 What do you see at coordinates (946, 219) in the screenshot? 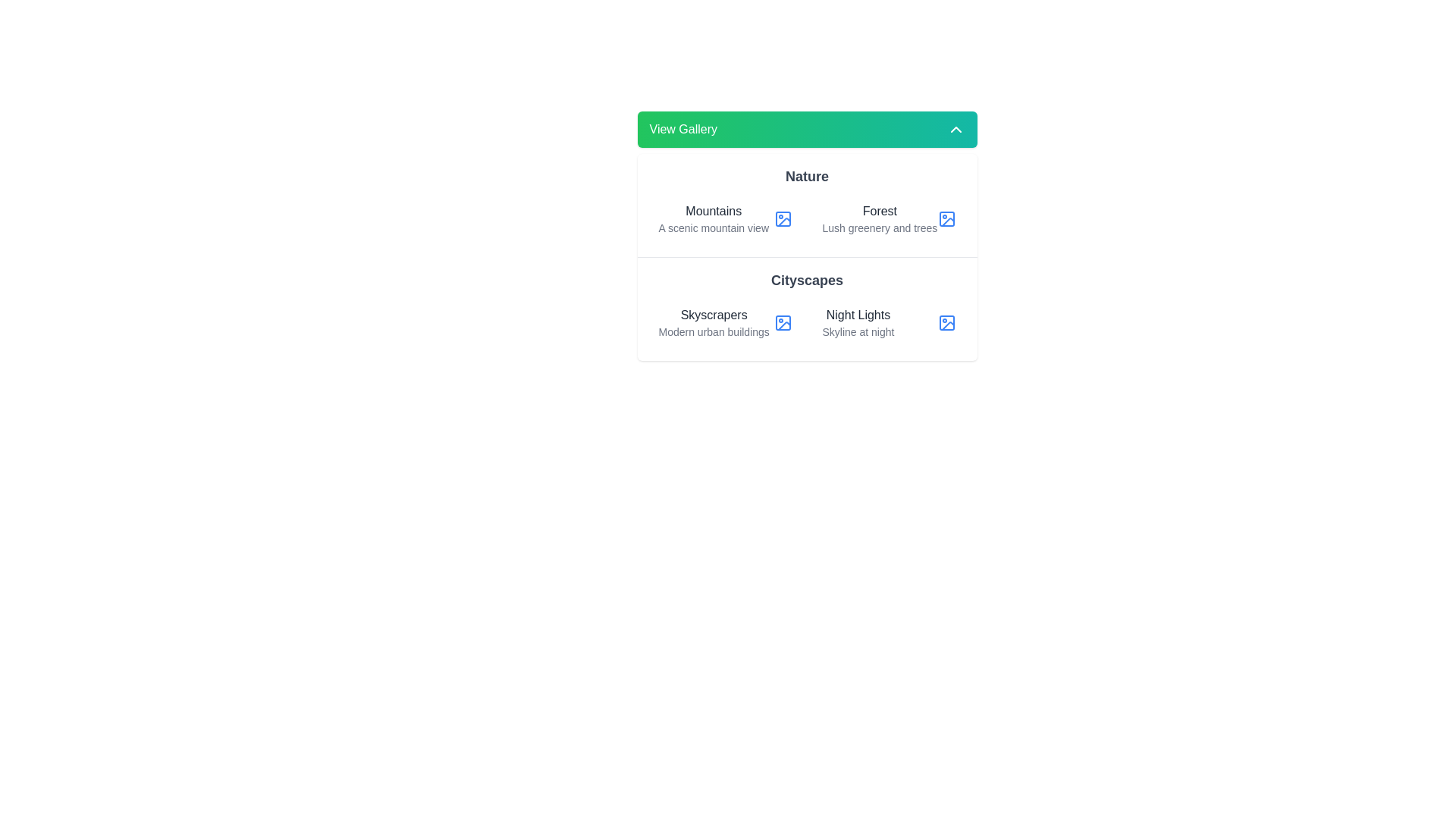
I see `the 'Forest' category icon located` at bounding box center [946, 219].